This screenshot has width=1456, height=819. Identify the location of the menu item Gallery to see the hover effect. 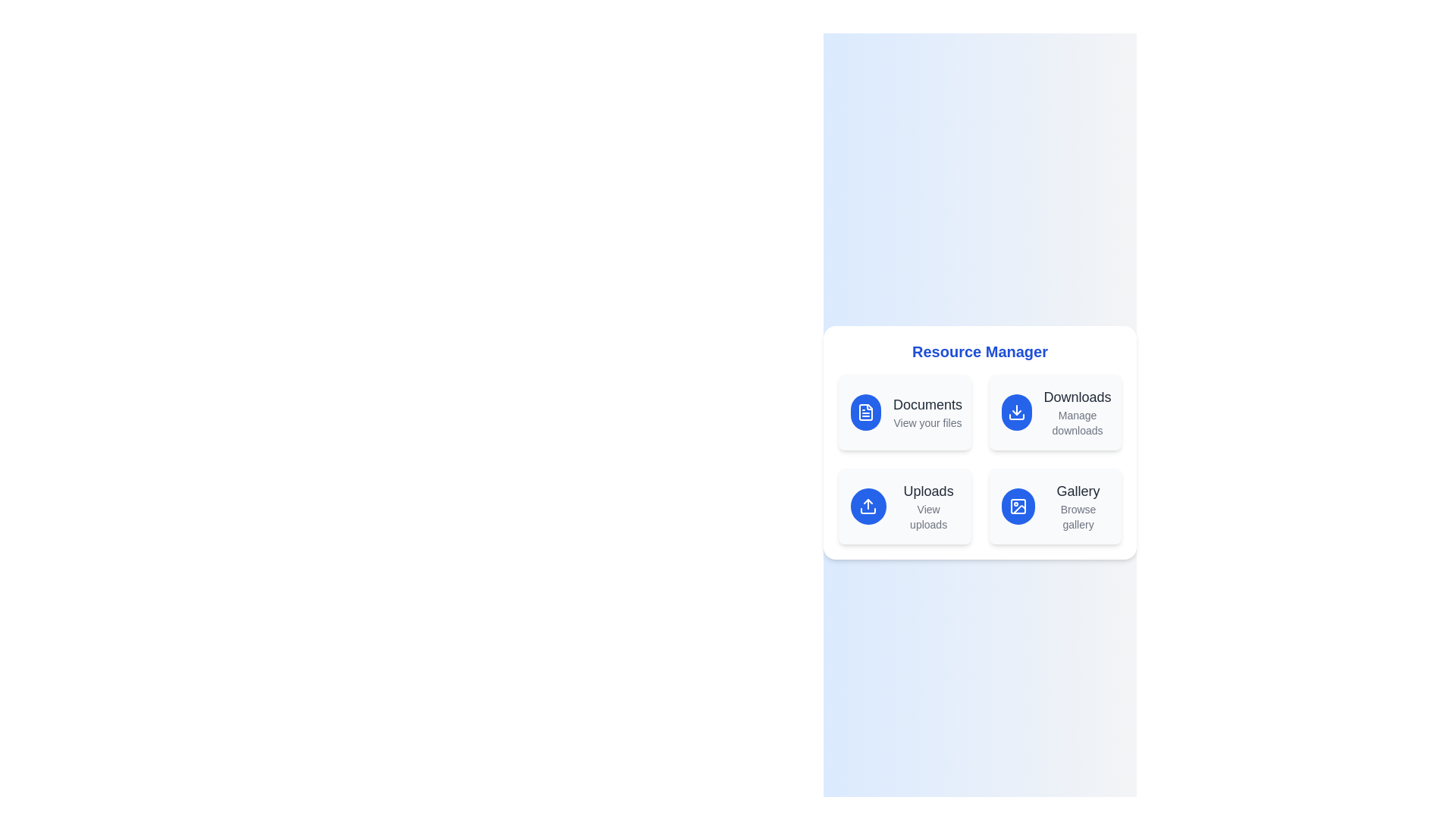
(1054, 506).